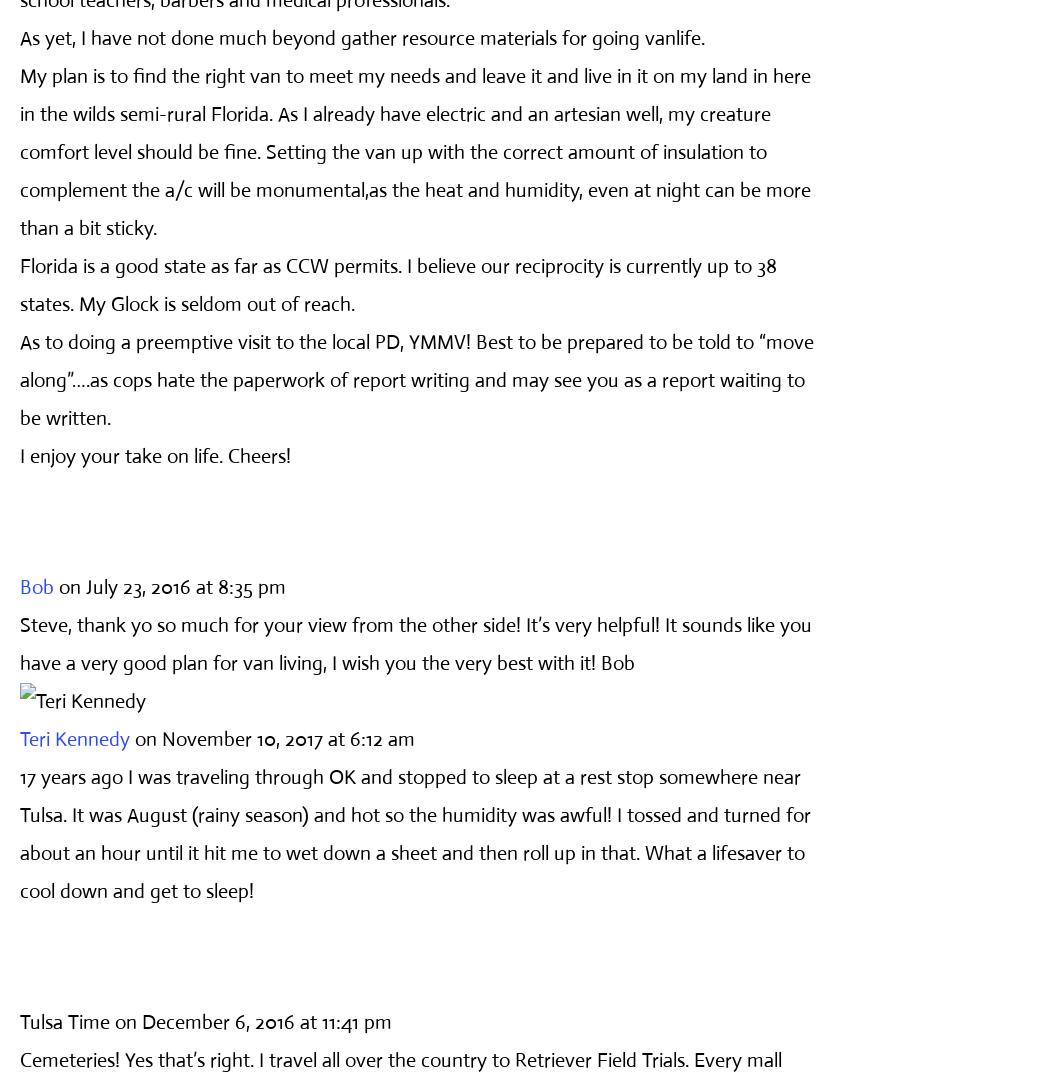  Describe the element at coordinates (155, 454) in the screenshot. I see `'I enjoy your take on life. Cheers!'` at that location.